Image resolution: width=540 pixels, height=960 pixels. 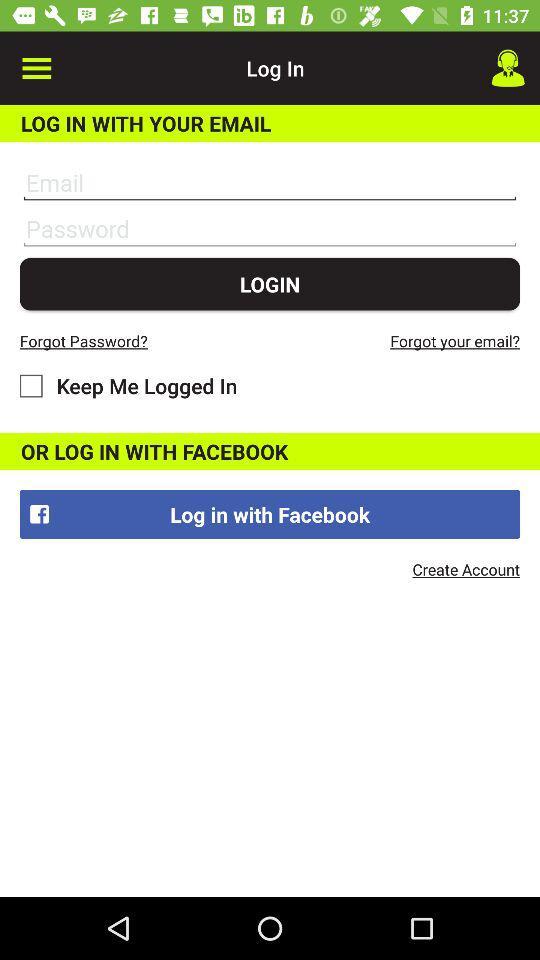 I want to click on the item to the right of the log in, so click(x=508, y=68).